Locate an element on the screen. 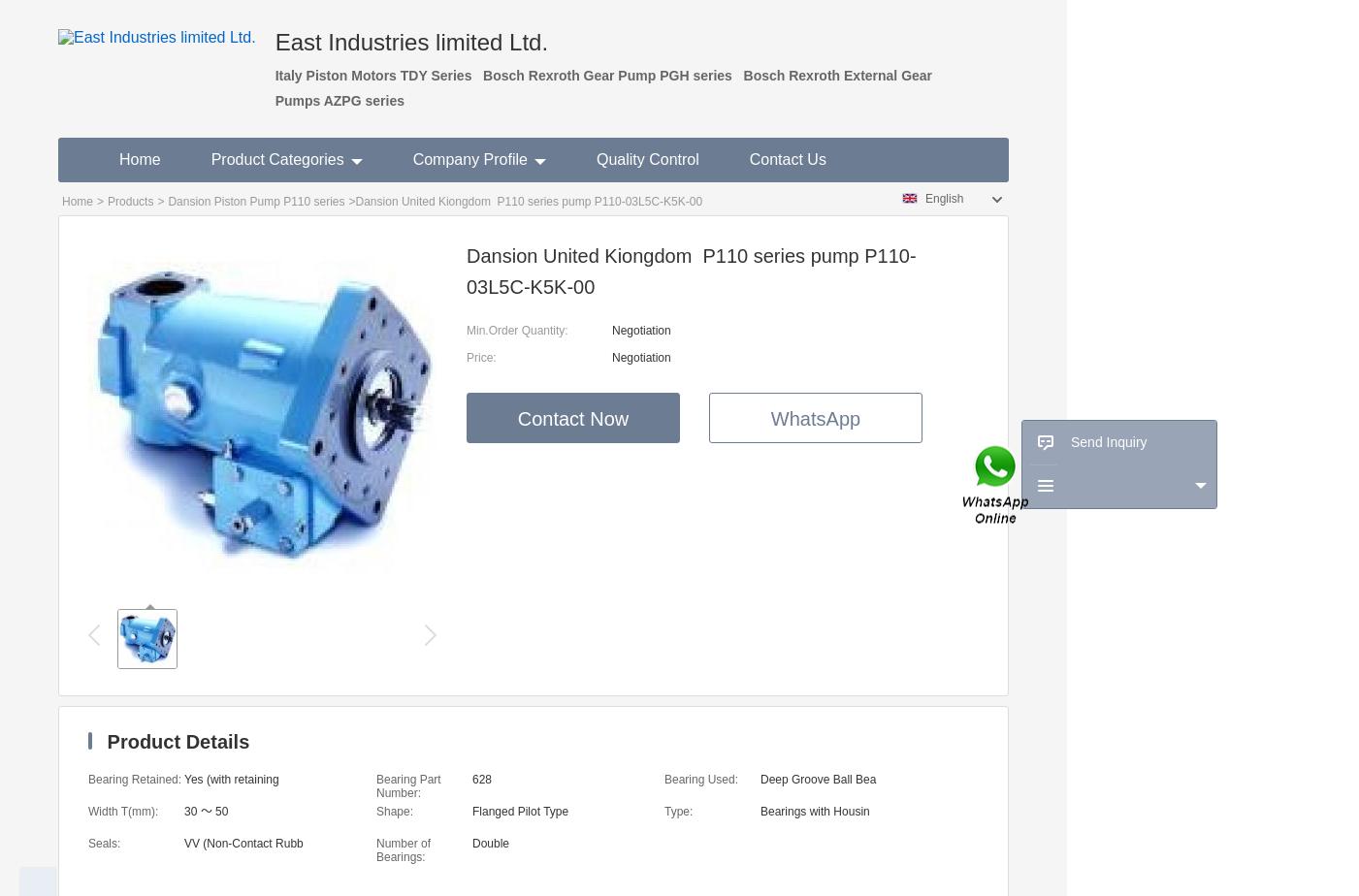  'Deep Groove Ball Bea' is located at coordinates (818, 779).